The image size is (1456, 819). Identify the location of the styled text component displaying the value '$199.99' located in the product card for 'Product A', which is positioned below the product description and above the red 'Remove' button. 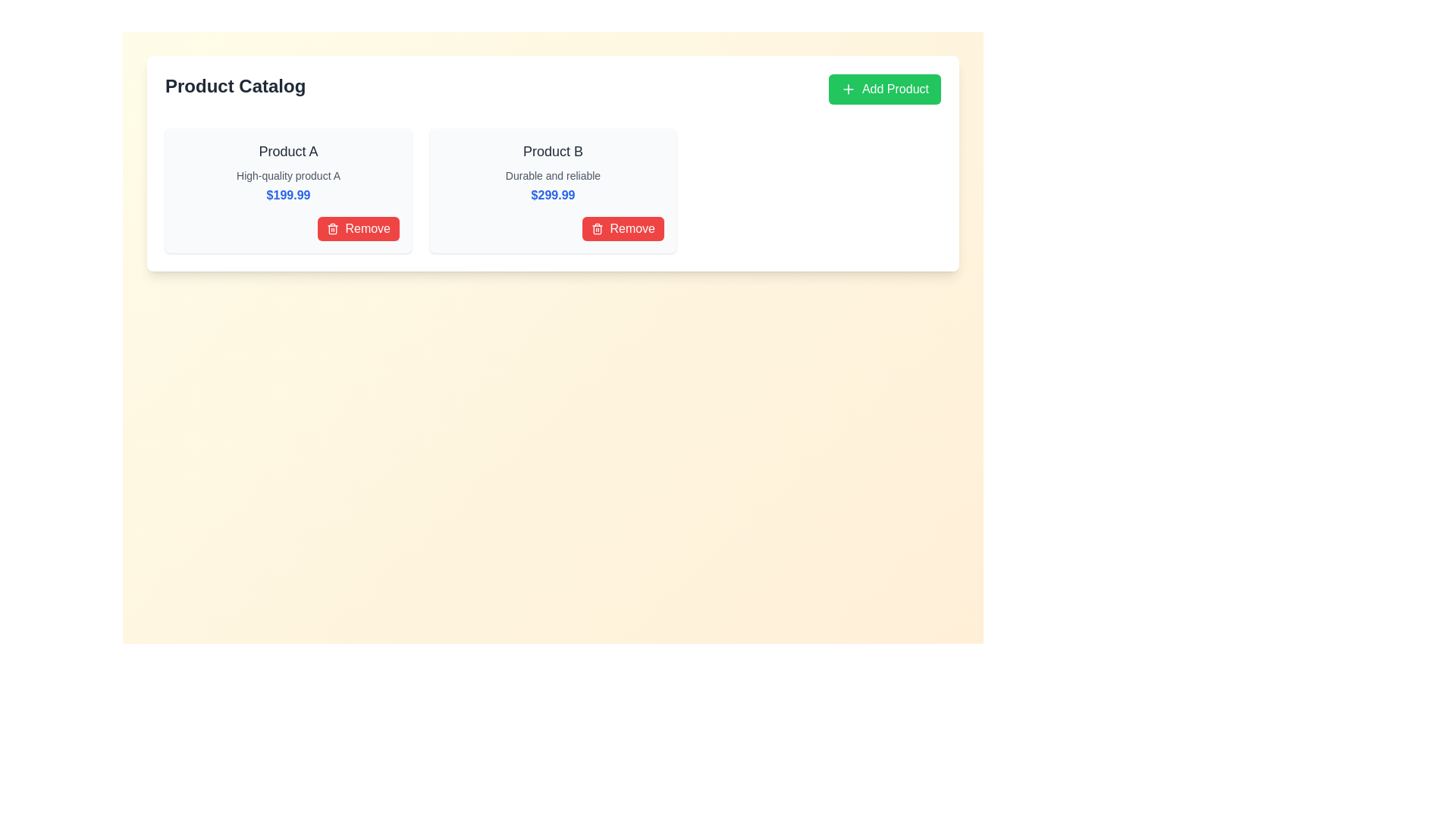
(288, 195).